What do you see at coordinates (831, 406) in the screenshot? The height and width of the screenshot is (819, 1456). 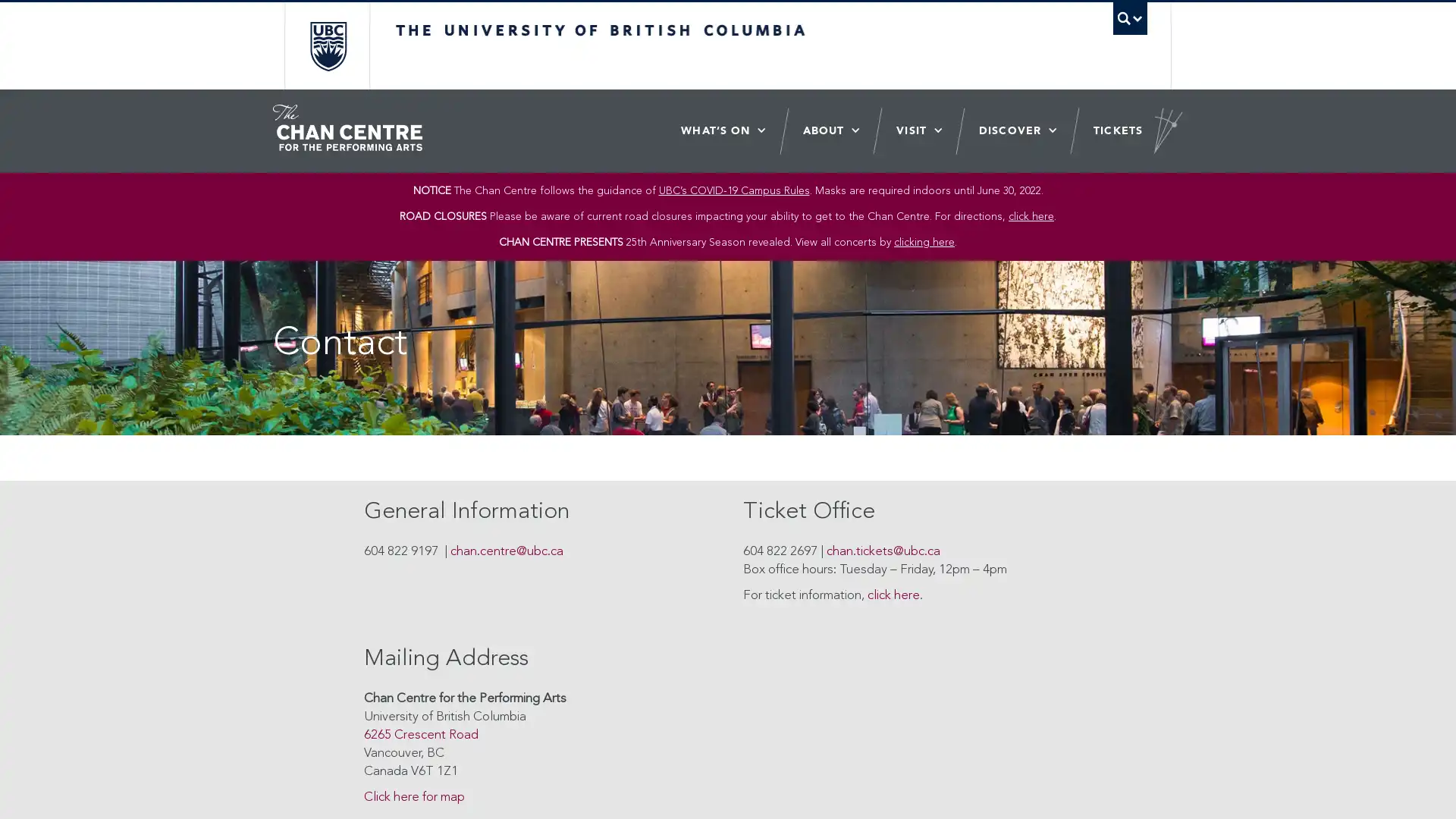 I see `Subscribe` at bounding box center [831, 406].